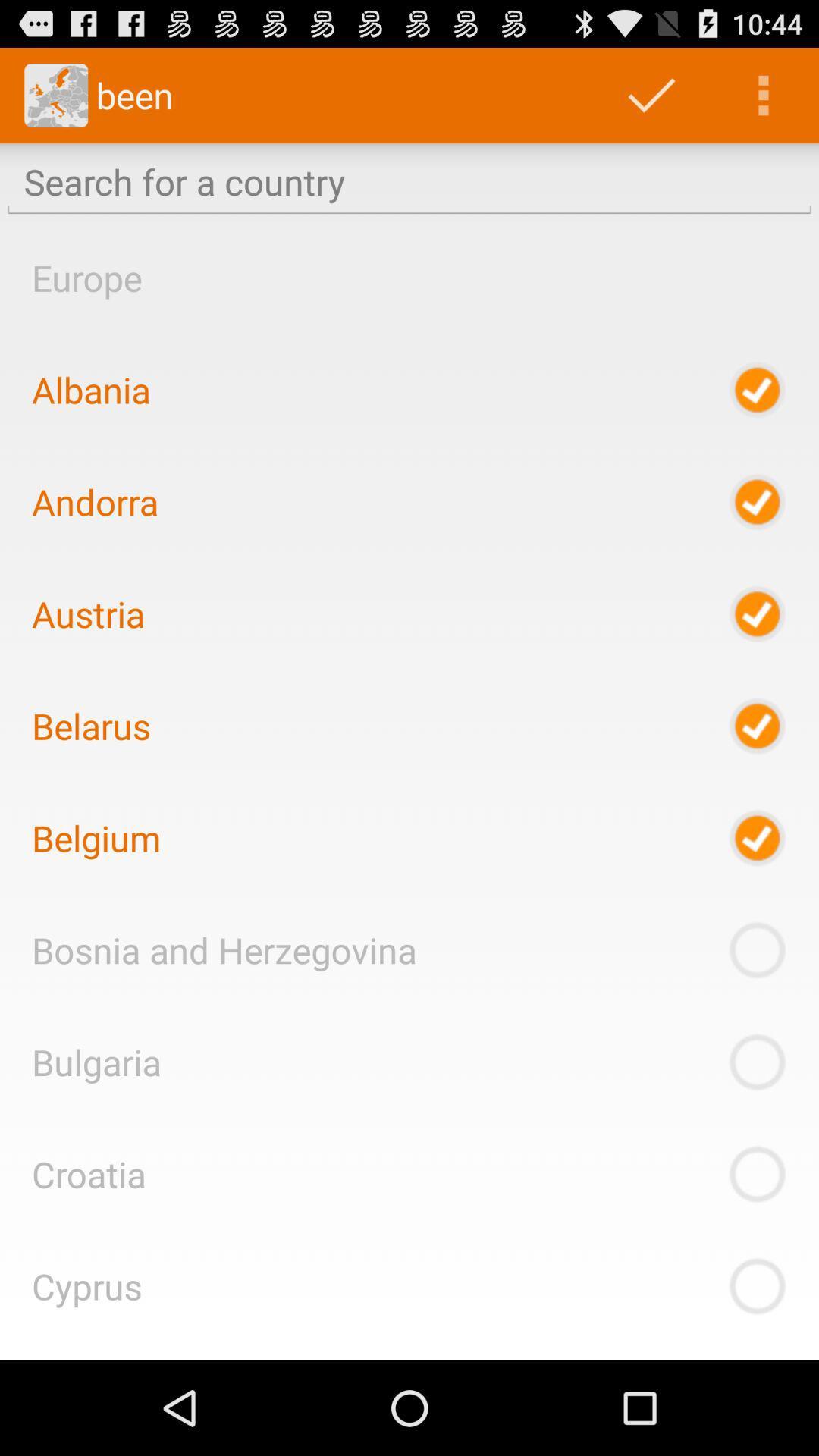  Describe the element at coordinates (651, 94) in the screenshot. I see `item to the right of been` at that location.